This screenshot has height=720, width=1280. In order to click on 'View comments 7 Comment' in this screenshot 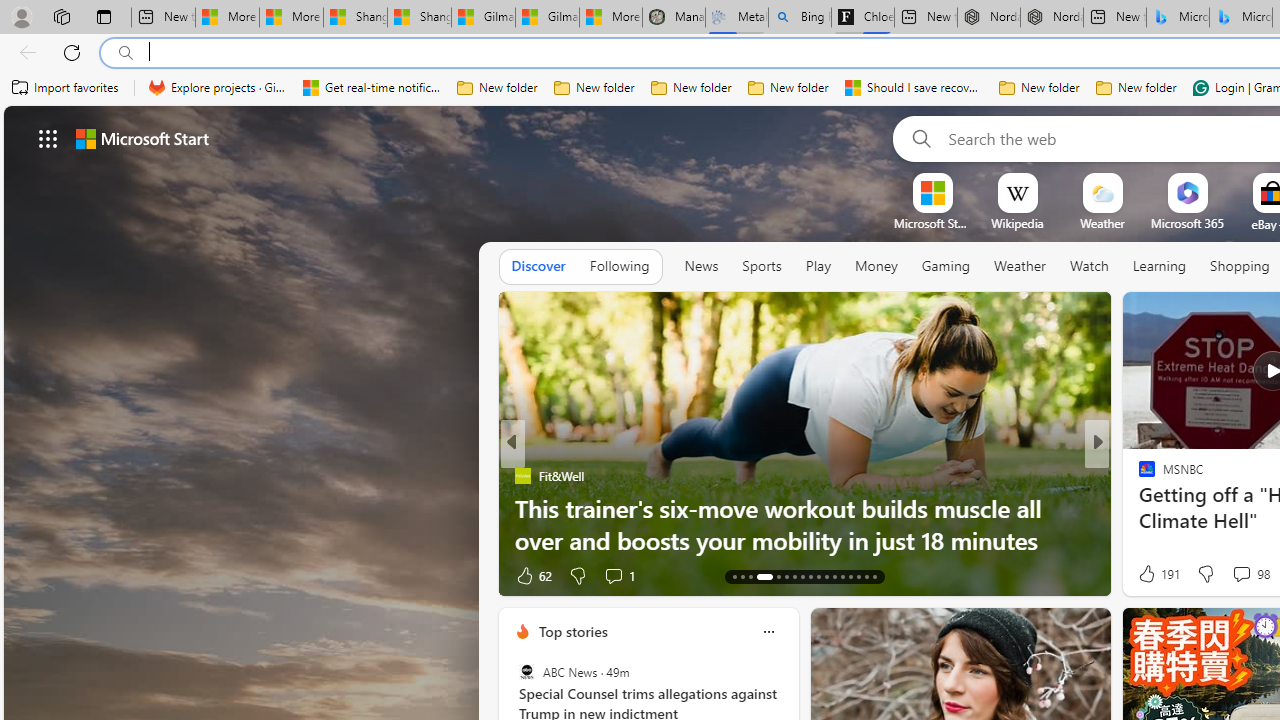, I will do `click(1234, 575)`.